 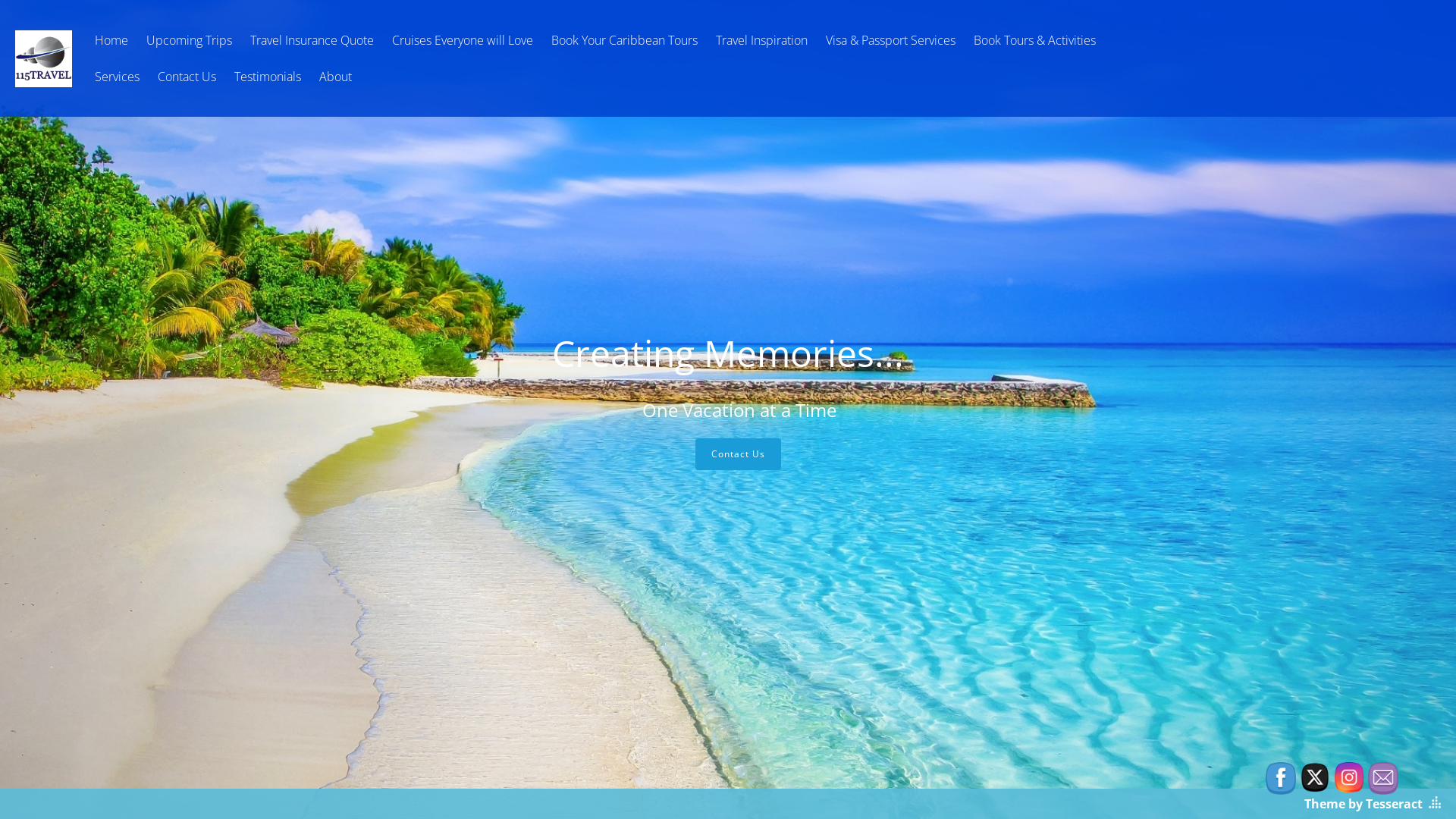 I want to click on 'Contact Us', so click(x=186, y=76).